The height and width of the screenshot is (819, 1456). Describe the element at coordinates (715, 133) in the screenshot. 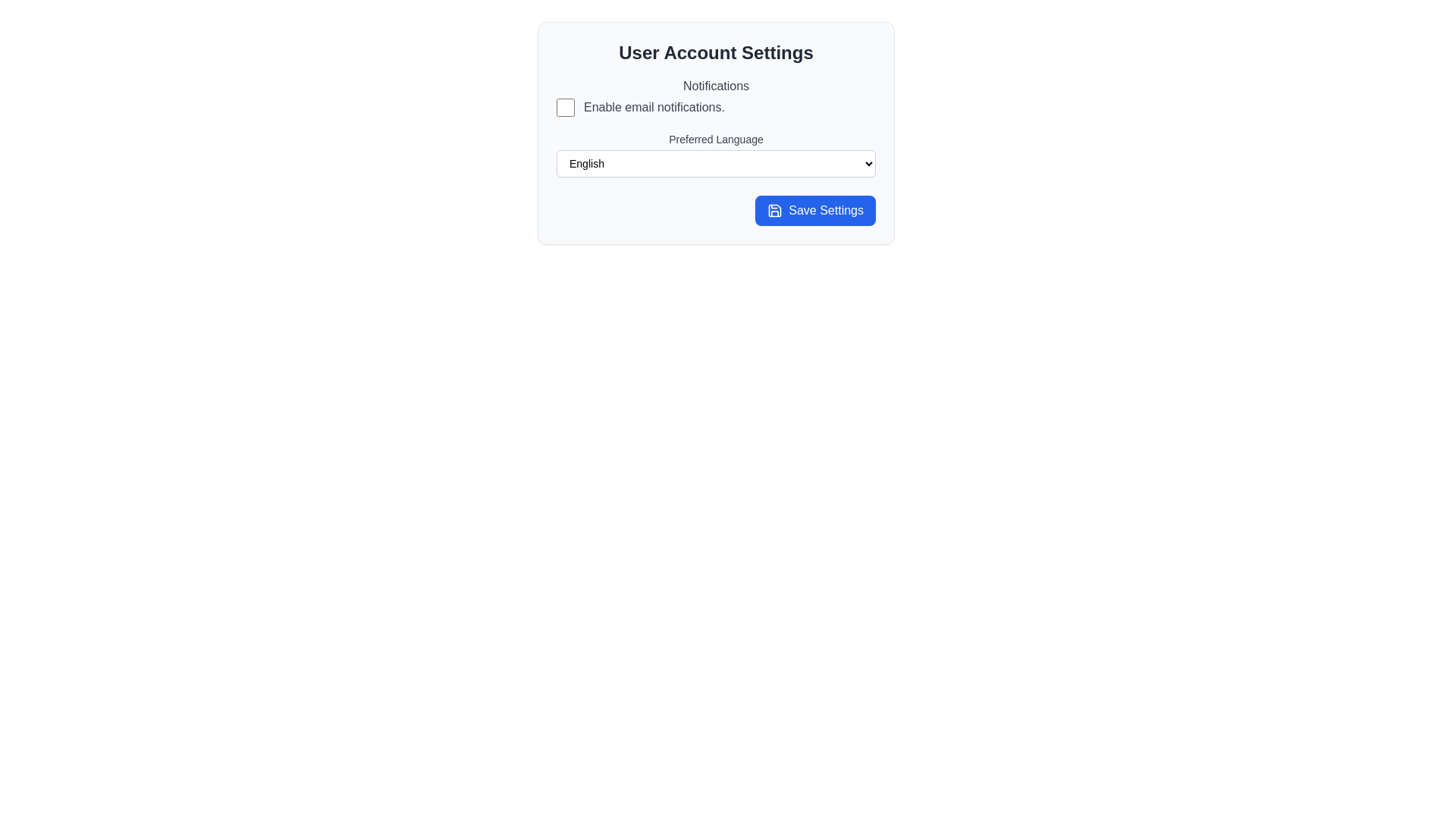

I see `a language from the dropdown within the 'User Account Settings' section, which contains options for enabling email notifications and a save button` at that location.